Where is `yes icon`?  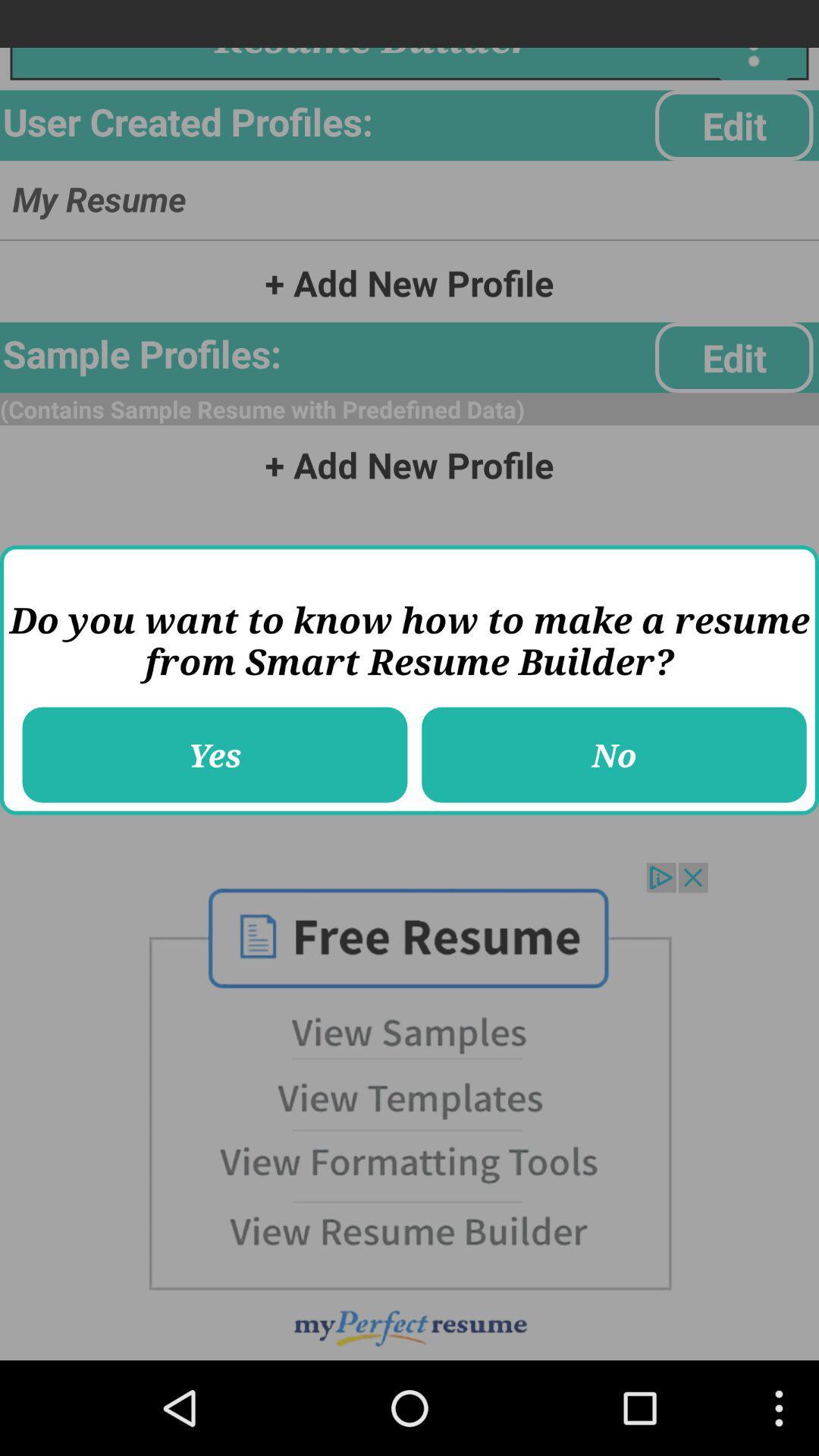
yes icon is located at coordinates (215, 755).